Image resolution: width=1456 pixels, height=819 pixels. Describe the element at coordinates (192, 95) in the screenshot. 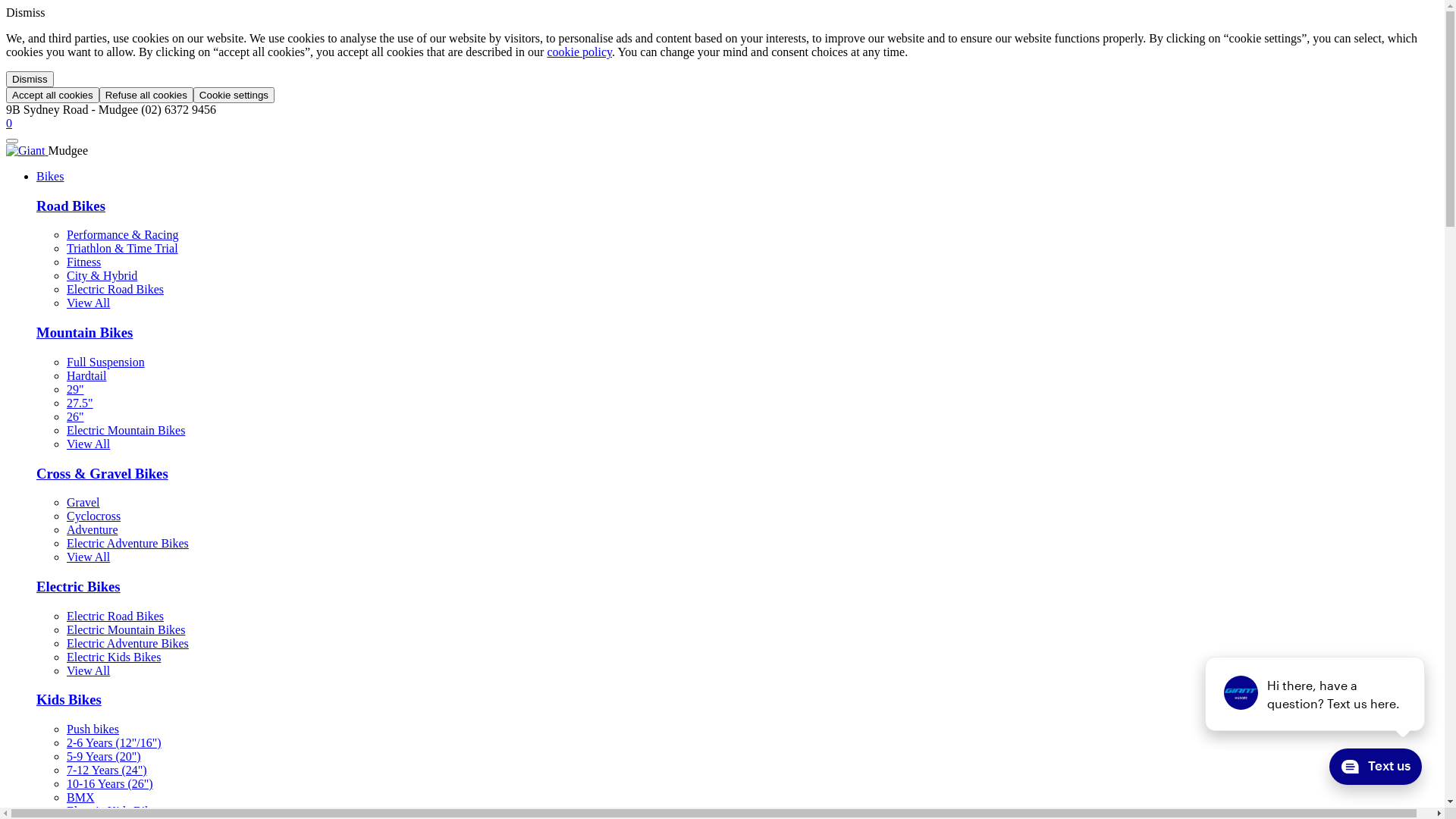

I see `'Cookie settings'` at that location.